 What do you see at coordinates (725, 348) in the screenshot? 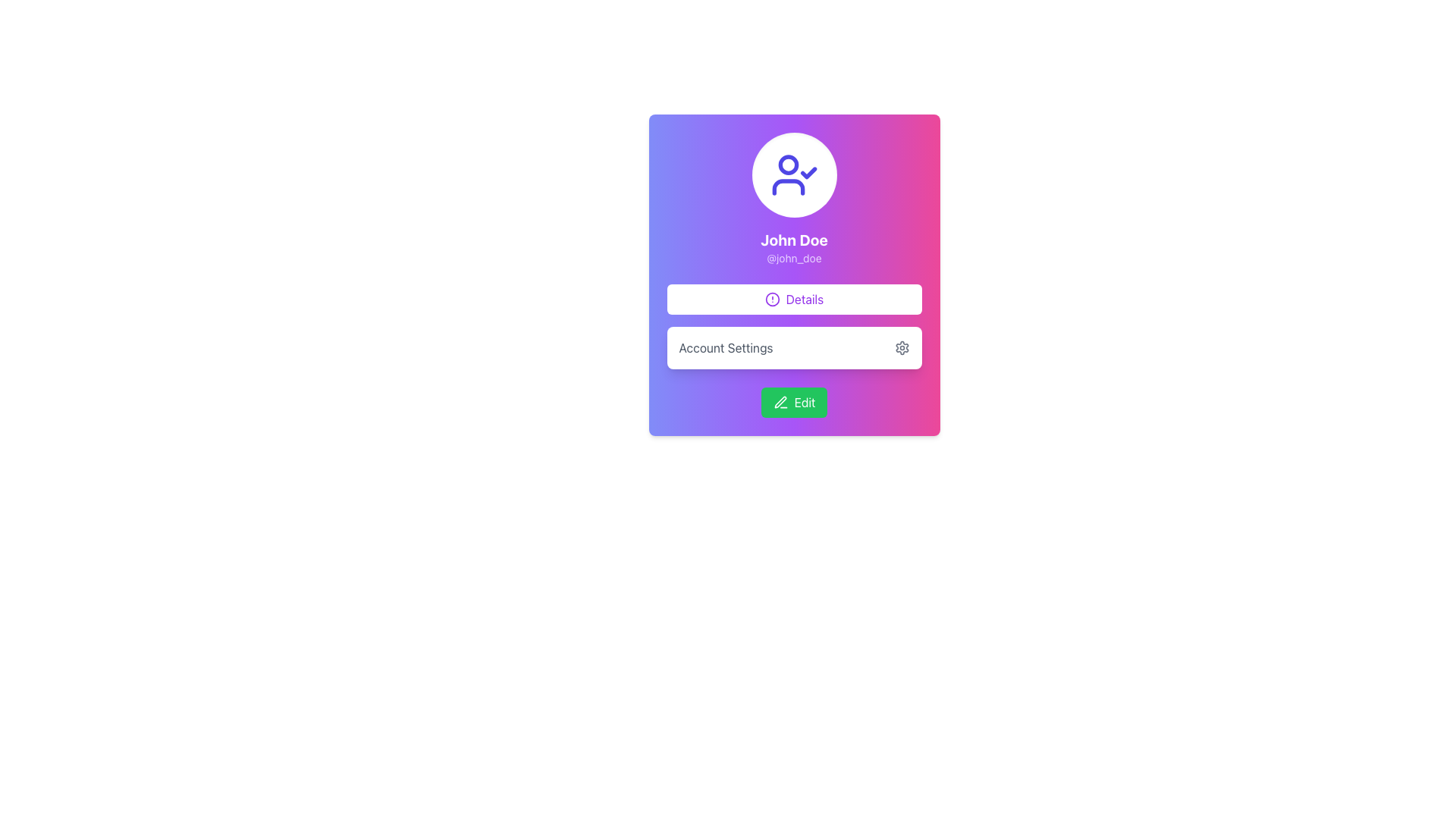
I see `'Account Settings' text label located in the lower section of the user profile card, positioned above the 'Edit' button and adjacent to the gear icon` at bounding box center [725, 348].